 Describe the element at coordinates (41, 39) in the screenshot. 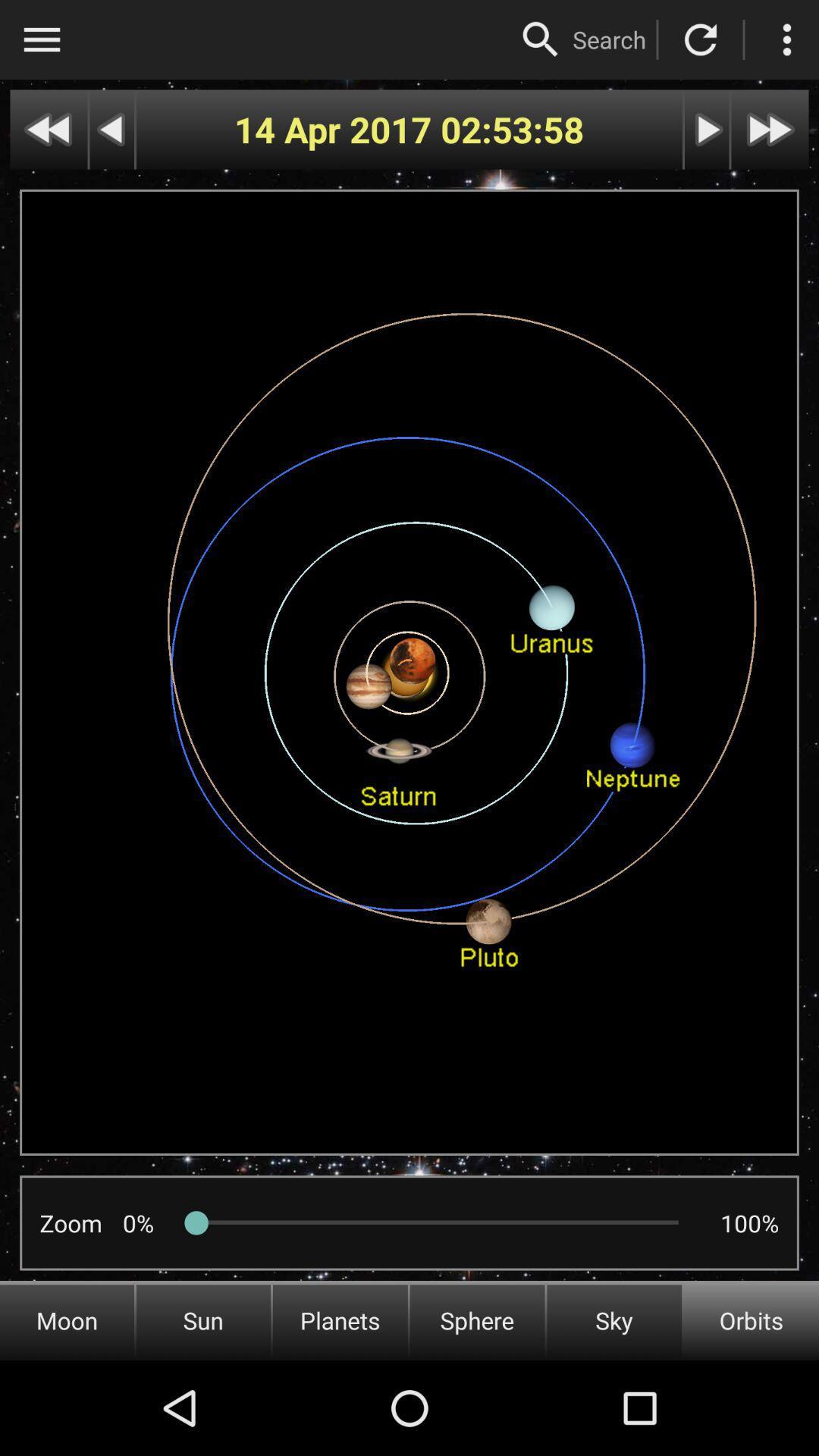

I see `the menu icon` at that location.